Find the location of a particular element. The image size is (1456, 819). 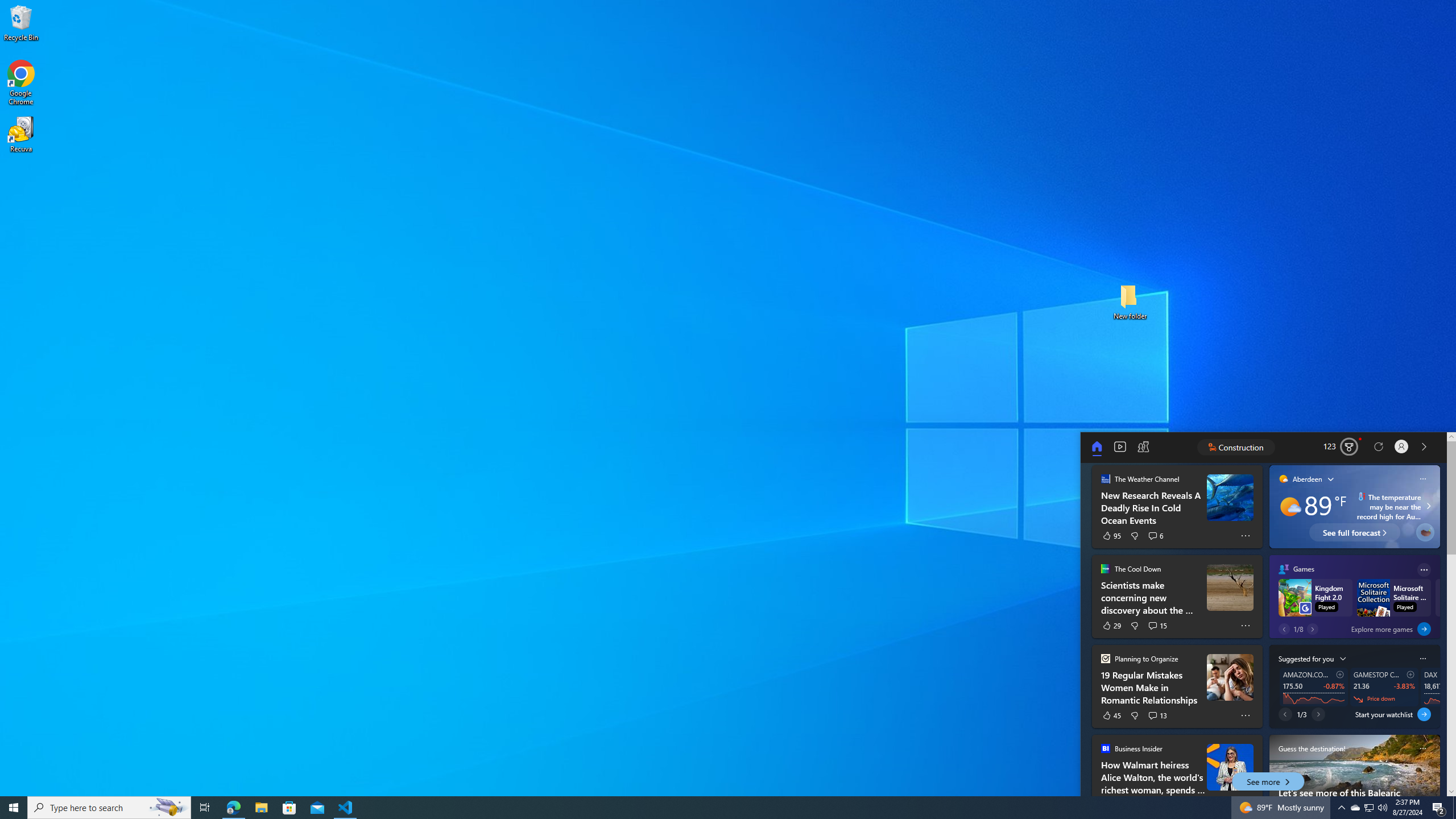

'Plant a real tree' is located at coordinates (1425, 532).